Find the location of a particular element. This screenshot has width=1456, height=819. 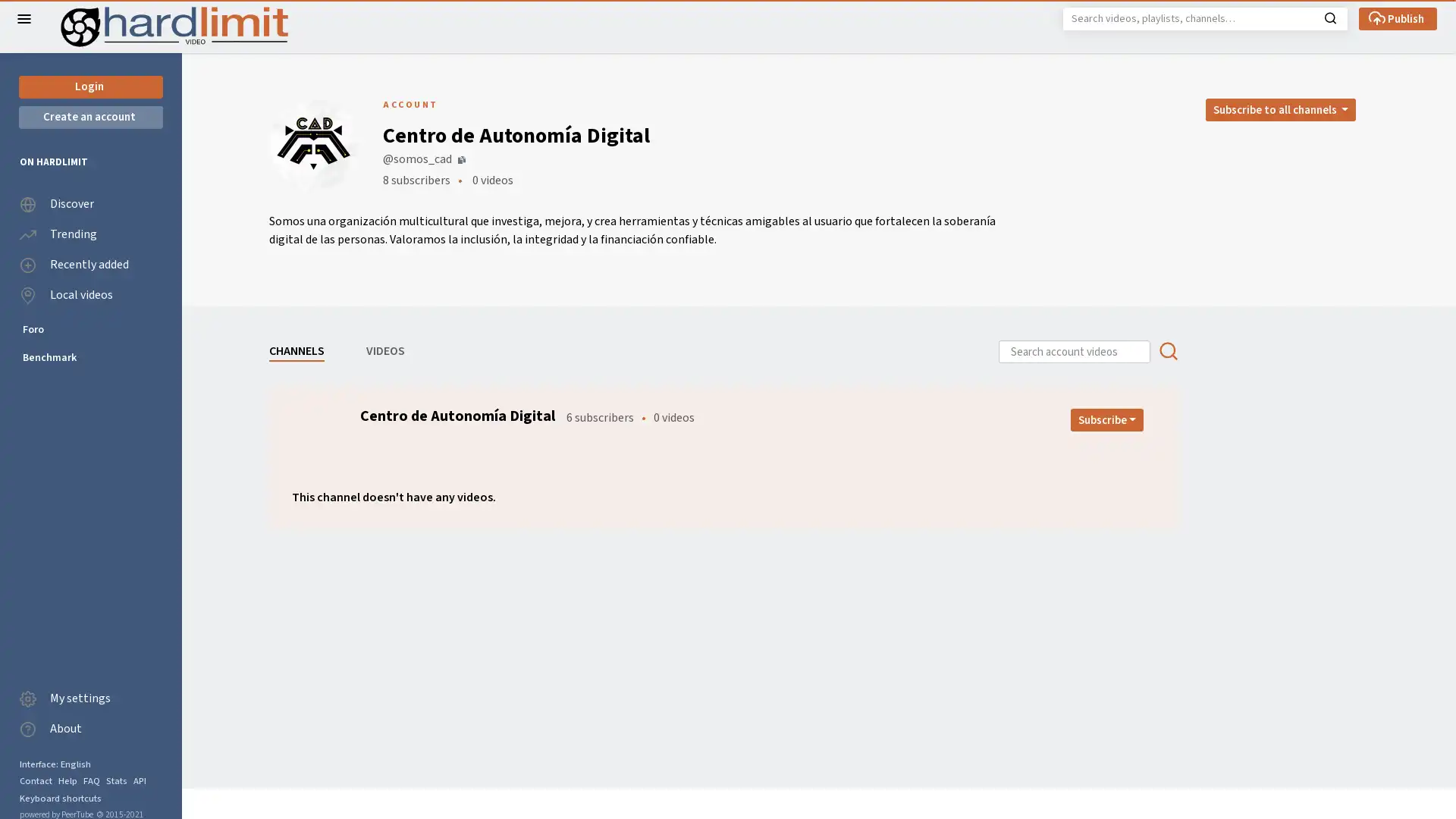

Search is located at coordinates (1167, 350).